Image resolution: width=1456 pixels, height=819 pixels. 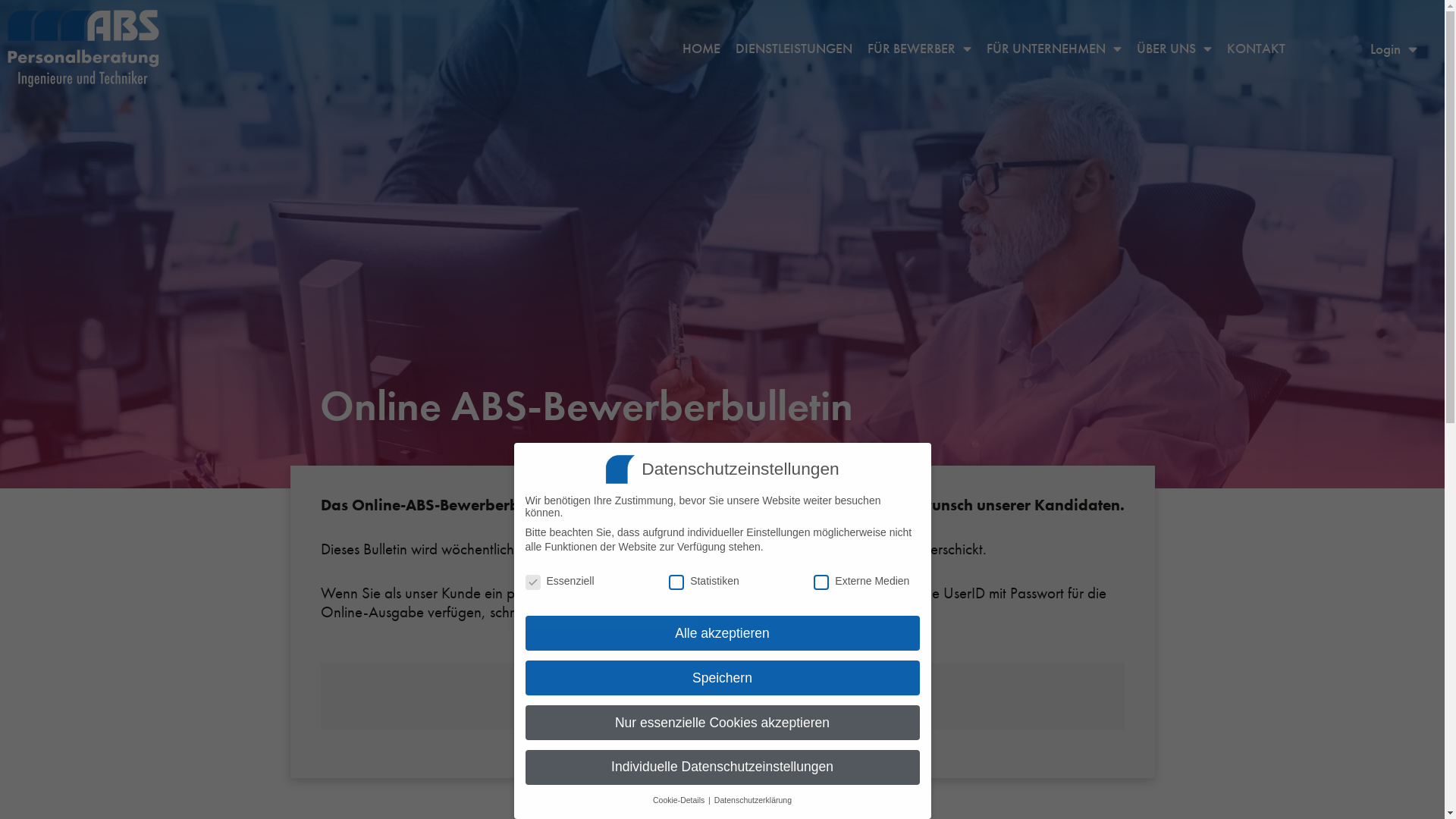 I want to click on 'DIENSTLEISTUNGEN', so click(x=792, y=48).